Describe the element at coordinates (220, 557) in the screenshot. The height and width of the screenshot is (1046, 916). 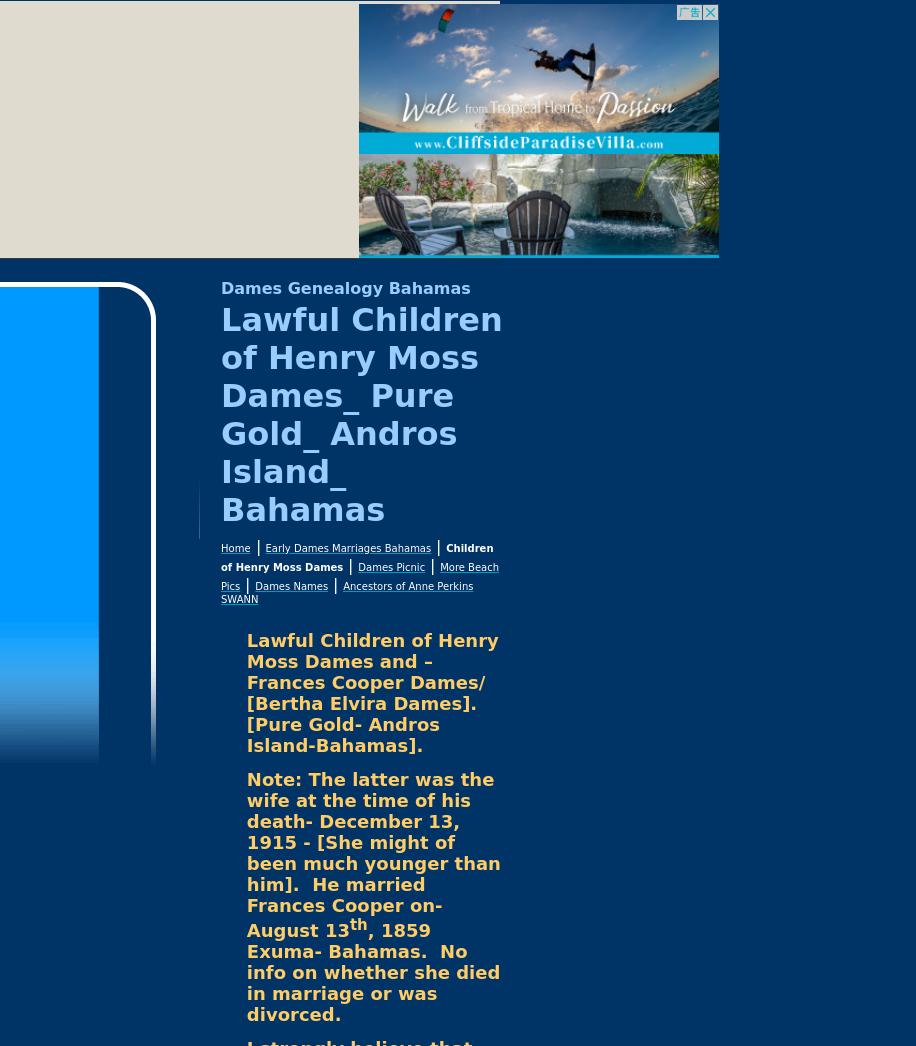
I see `'Children of Henry Moss Dames'` at that location.